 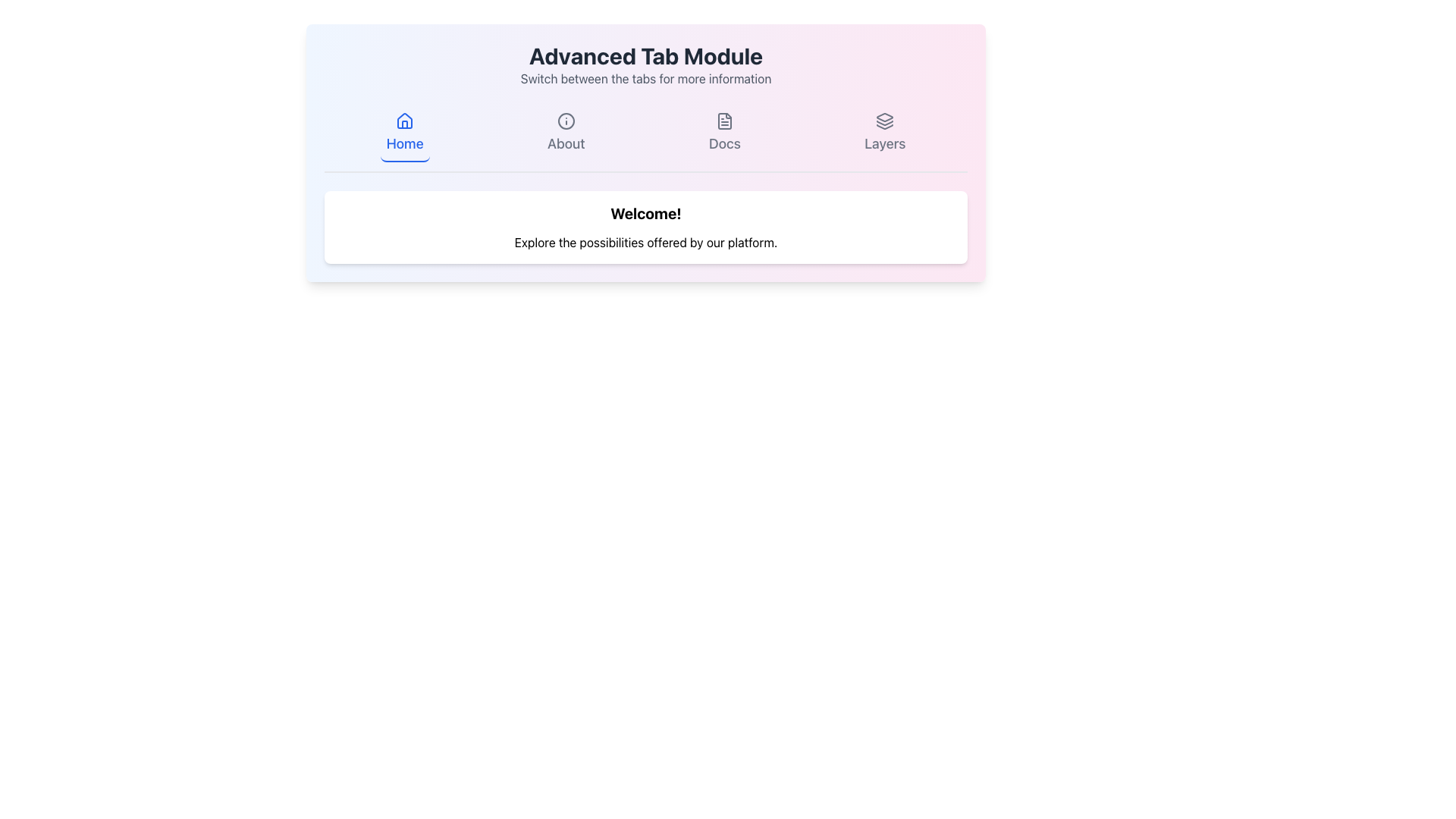 What do you see at coordinates (645, 55) in the screenshot?
I see `the text label that serves as a header or title for the module, positioned at the top section of the module above the secondary text` at bounding box center [645, 55].